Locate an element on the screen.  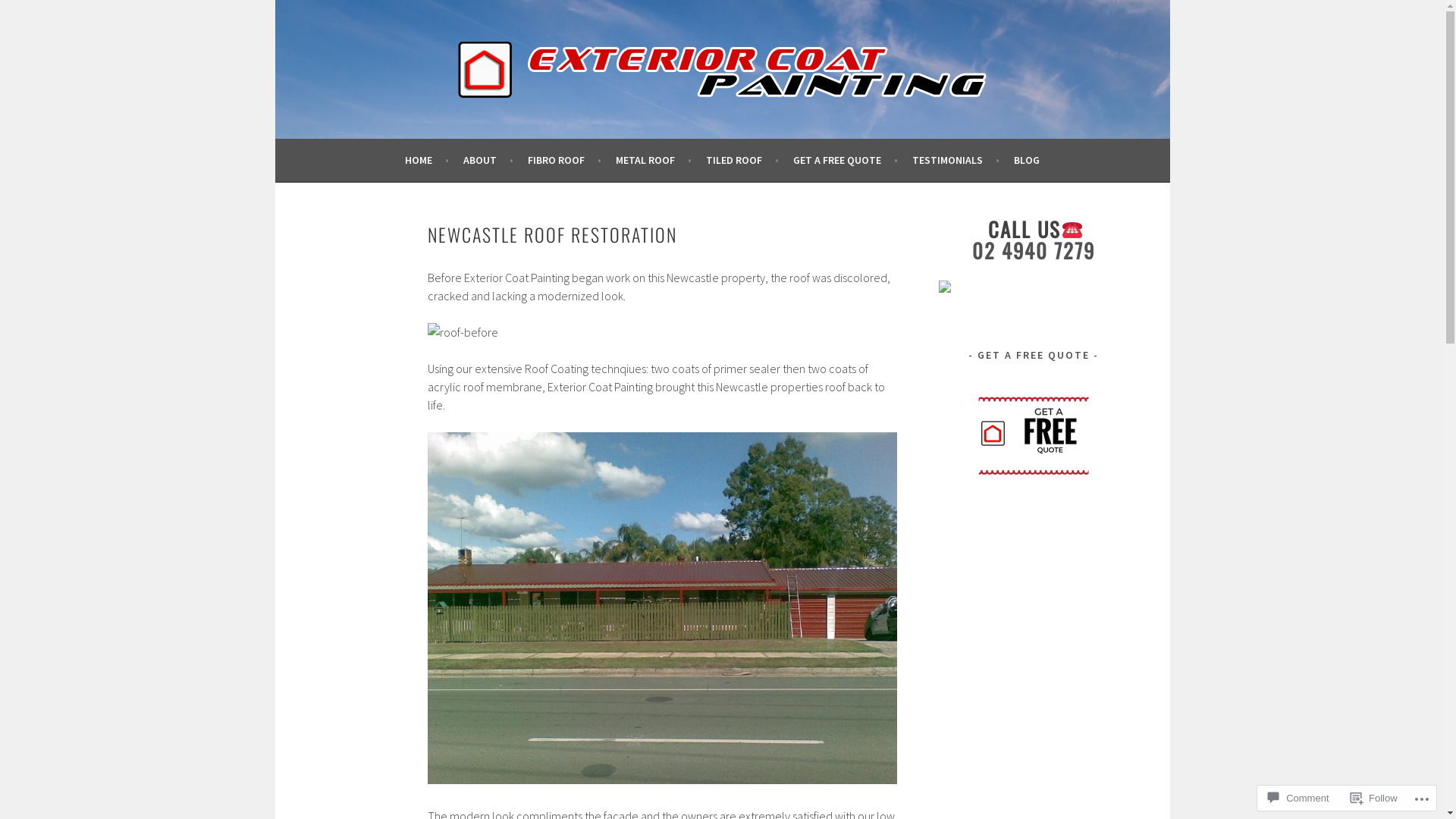
'METAL ROOF' is located at coordinates (654, 160).